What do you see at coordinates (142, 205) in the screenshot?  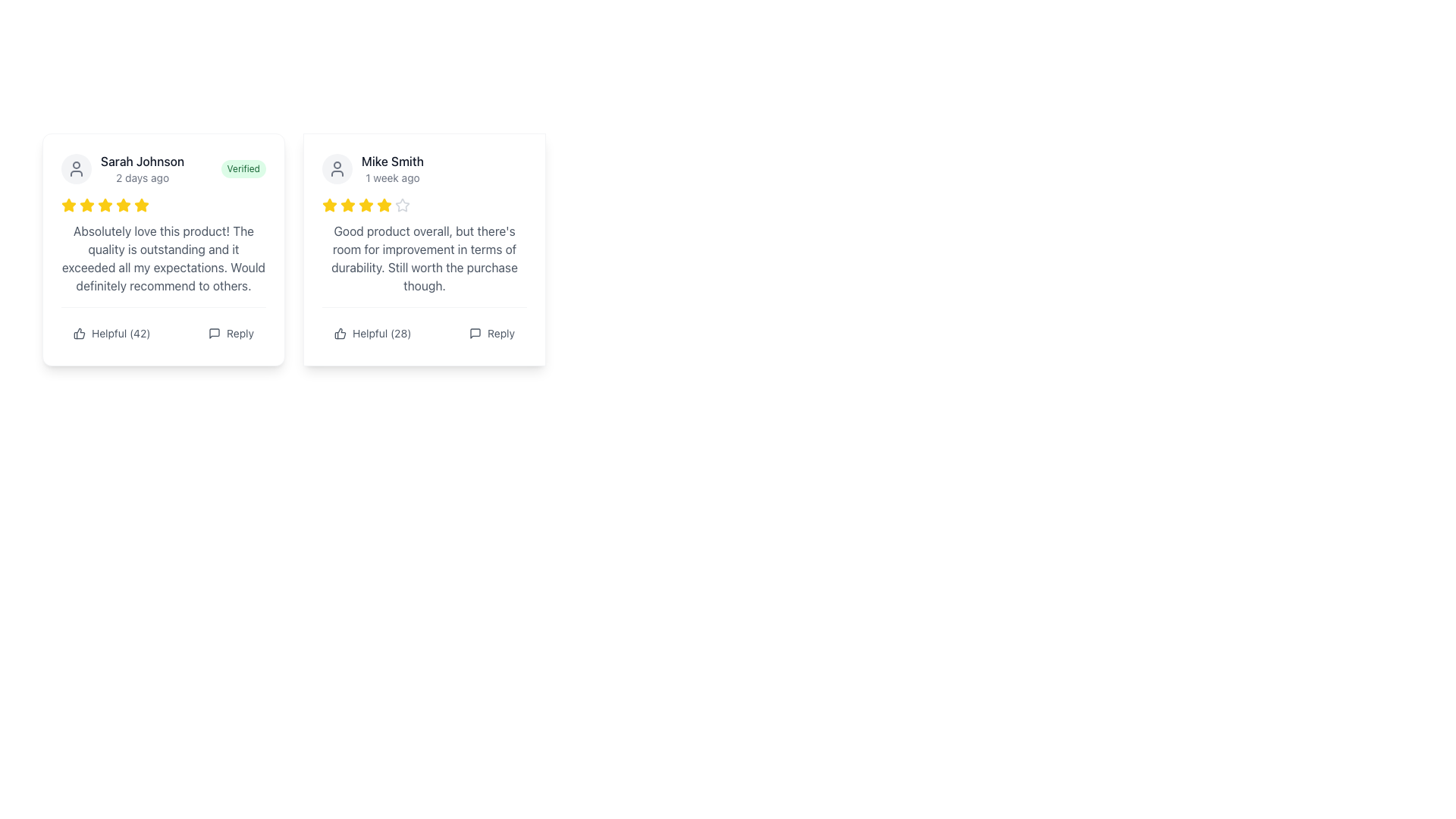 I see `the fourth star-shaped icon filled with yellow color in the first user review card under the heading 'Sarah Johnson' to emphasize it` at bounding box center [142, 205].